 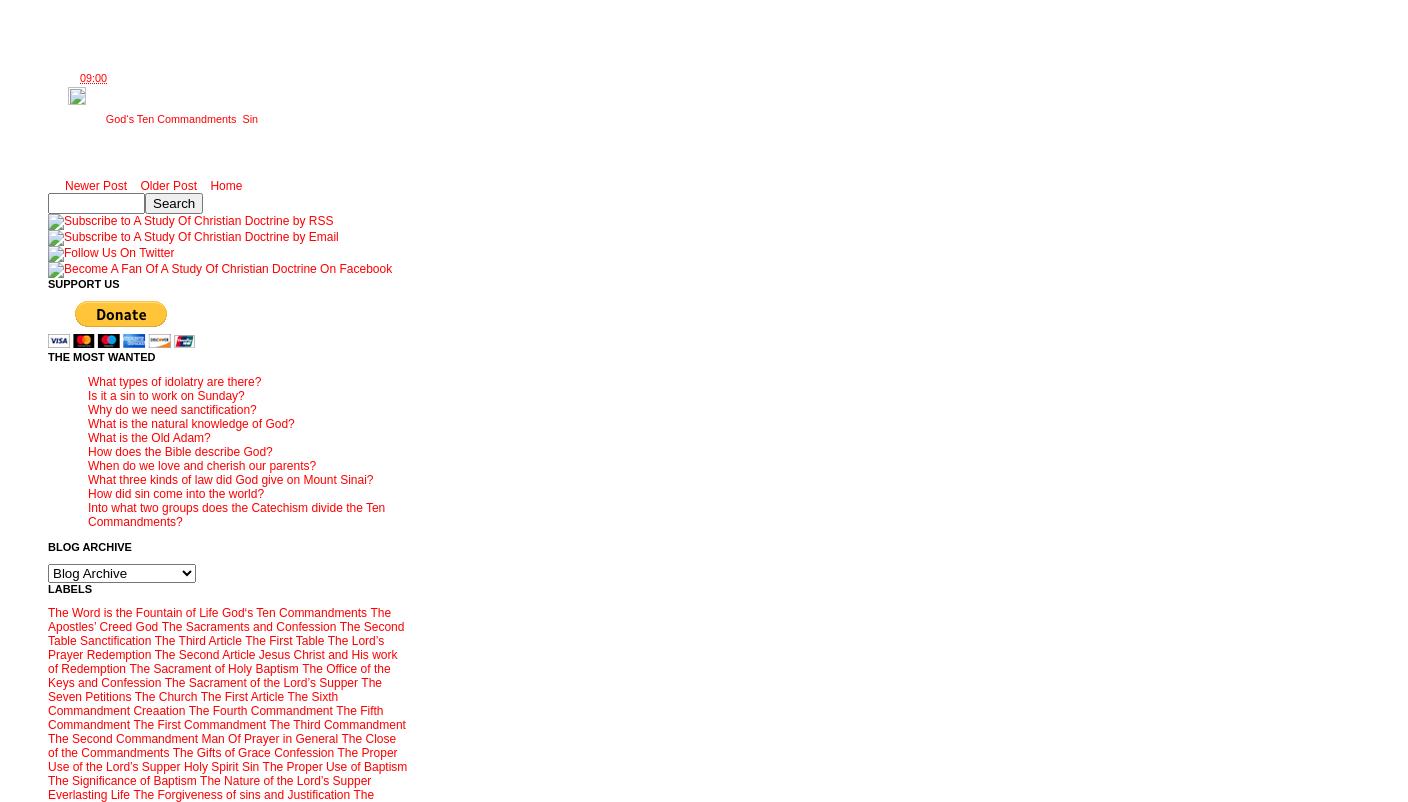 I want to click on 'The Fifth Commandment', so click(x=214, y=717).